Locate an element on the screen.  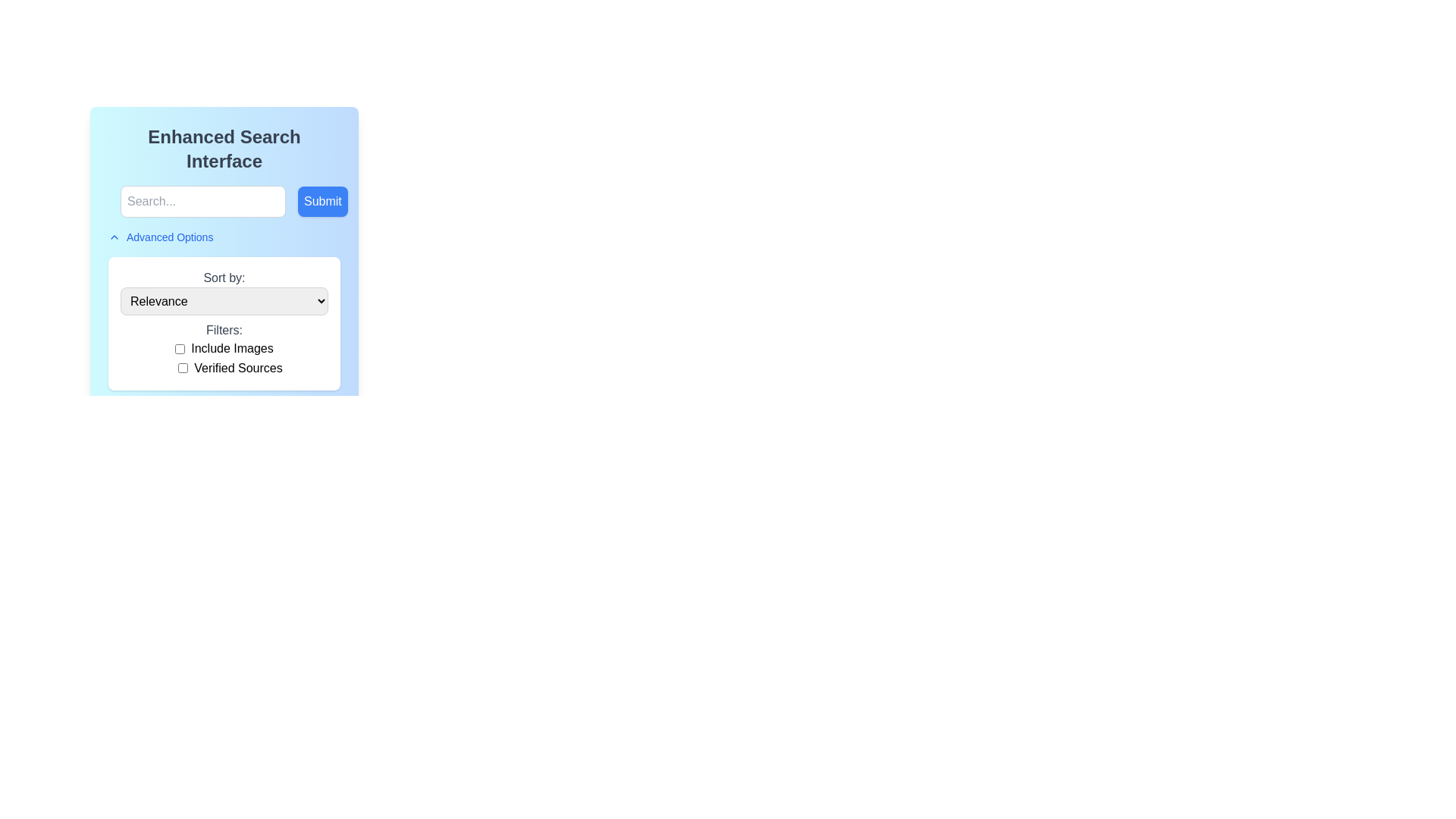
the 'Include Images' text label, which is styled with black text and located to the right of a checkbox in the 'Filters' section beneath the 'Sort by:' dropdown is located at coordinates (231, 348).